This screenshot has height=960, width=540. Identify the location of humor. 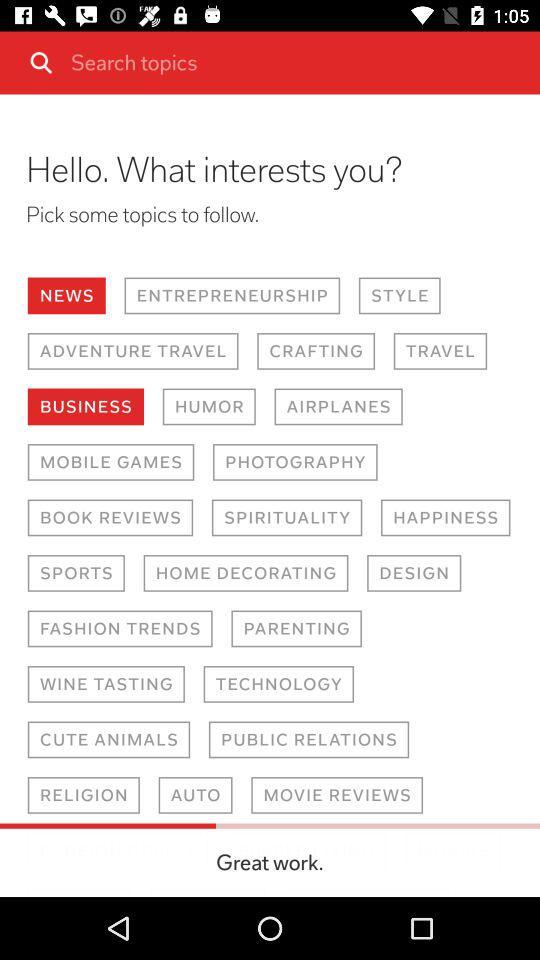
(208, 406).